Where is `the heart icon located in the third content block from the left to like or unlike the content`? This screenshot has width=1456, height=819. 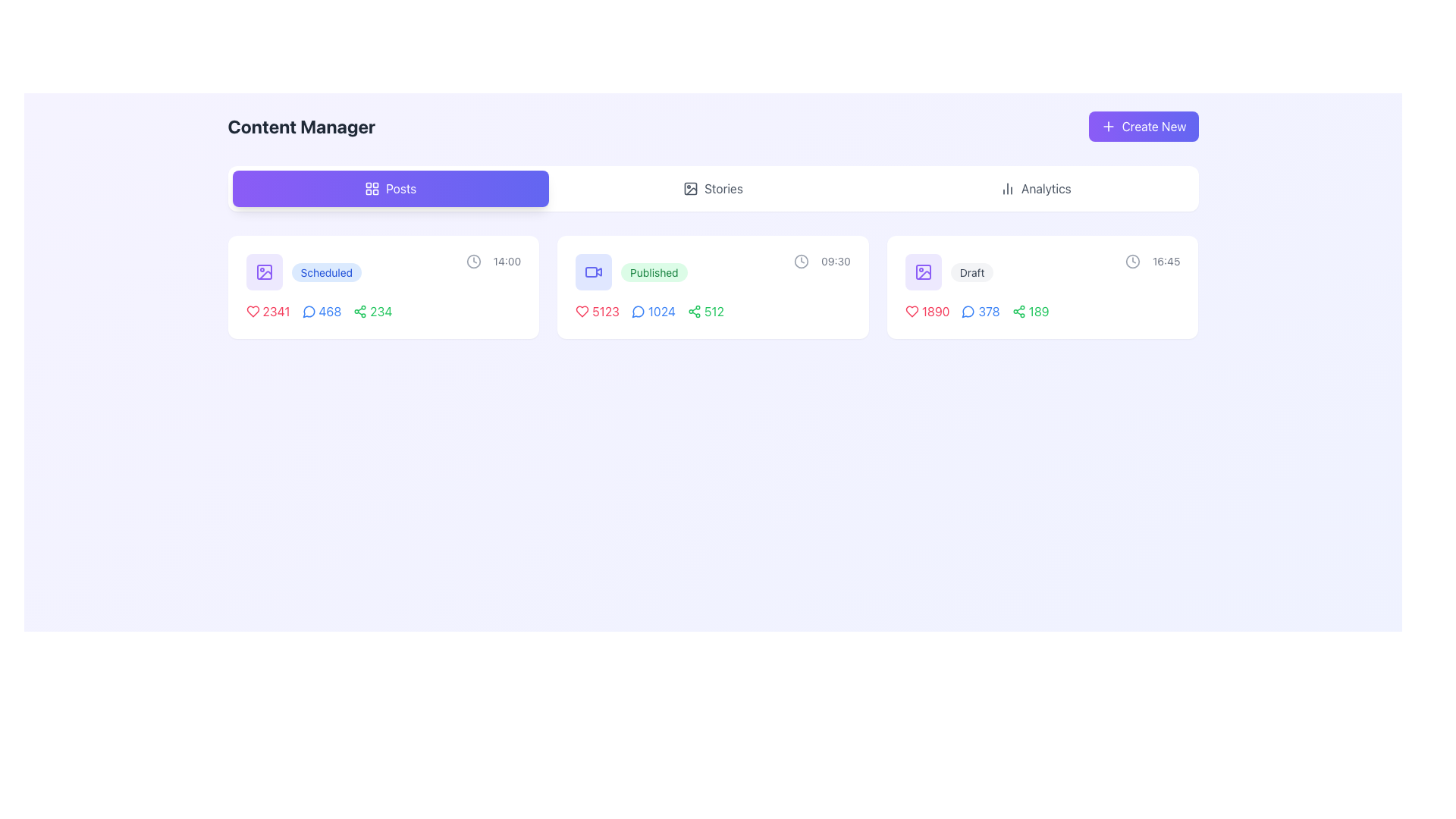
the heart icon located in the third content block from the left to like or unlike the content is located at coordinates (911, 311).